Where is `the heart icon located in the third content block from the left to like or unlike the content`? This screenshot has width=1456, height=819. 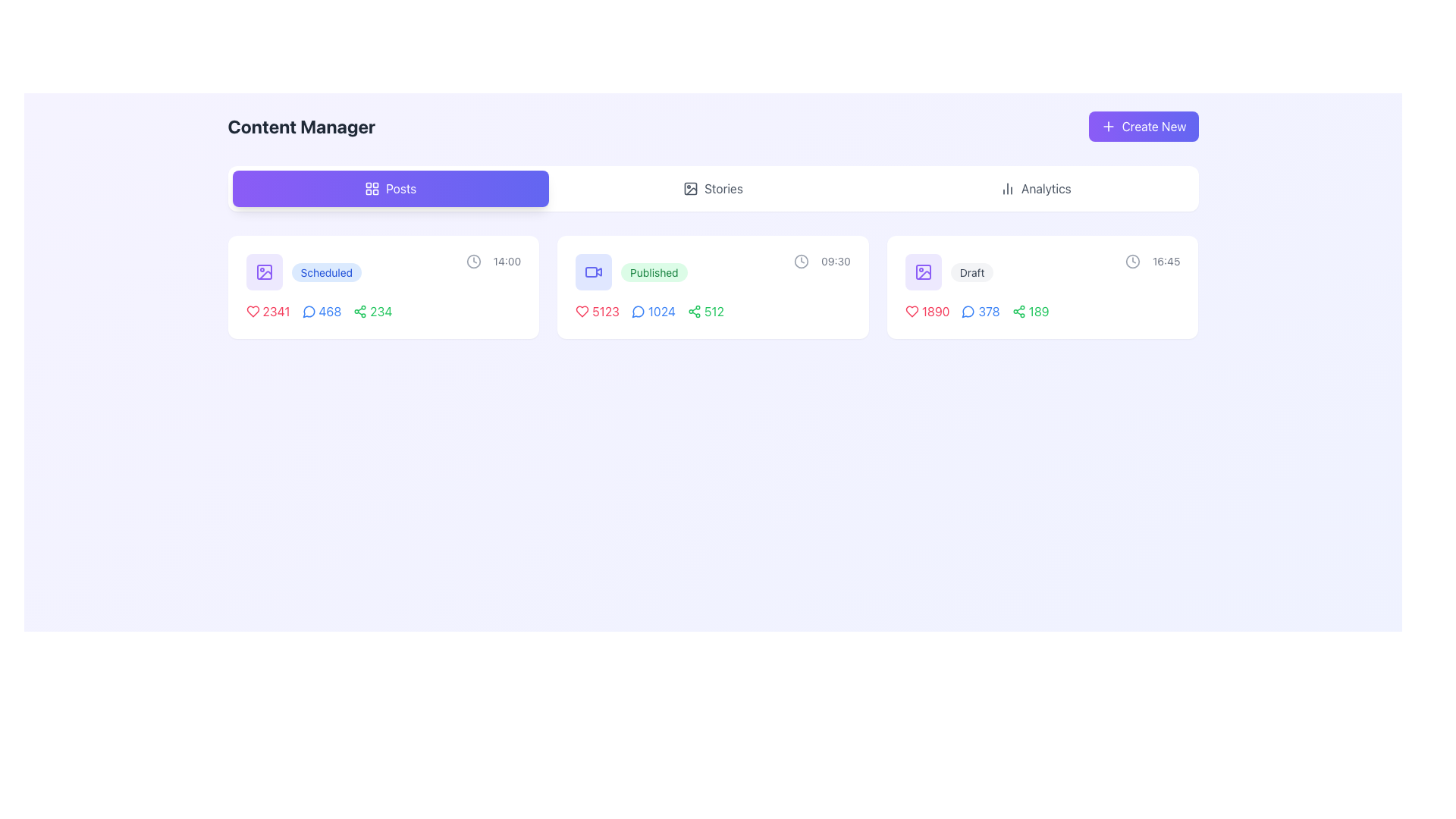
the heart icon located in the third content block from the left to like or unlike the content is located at coordinates (911, 311).